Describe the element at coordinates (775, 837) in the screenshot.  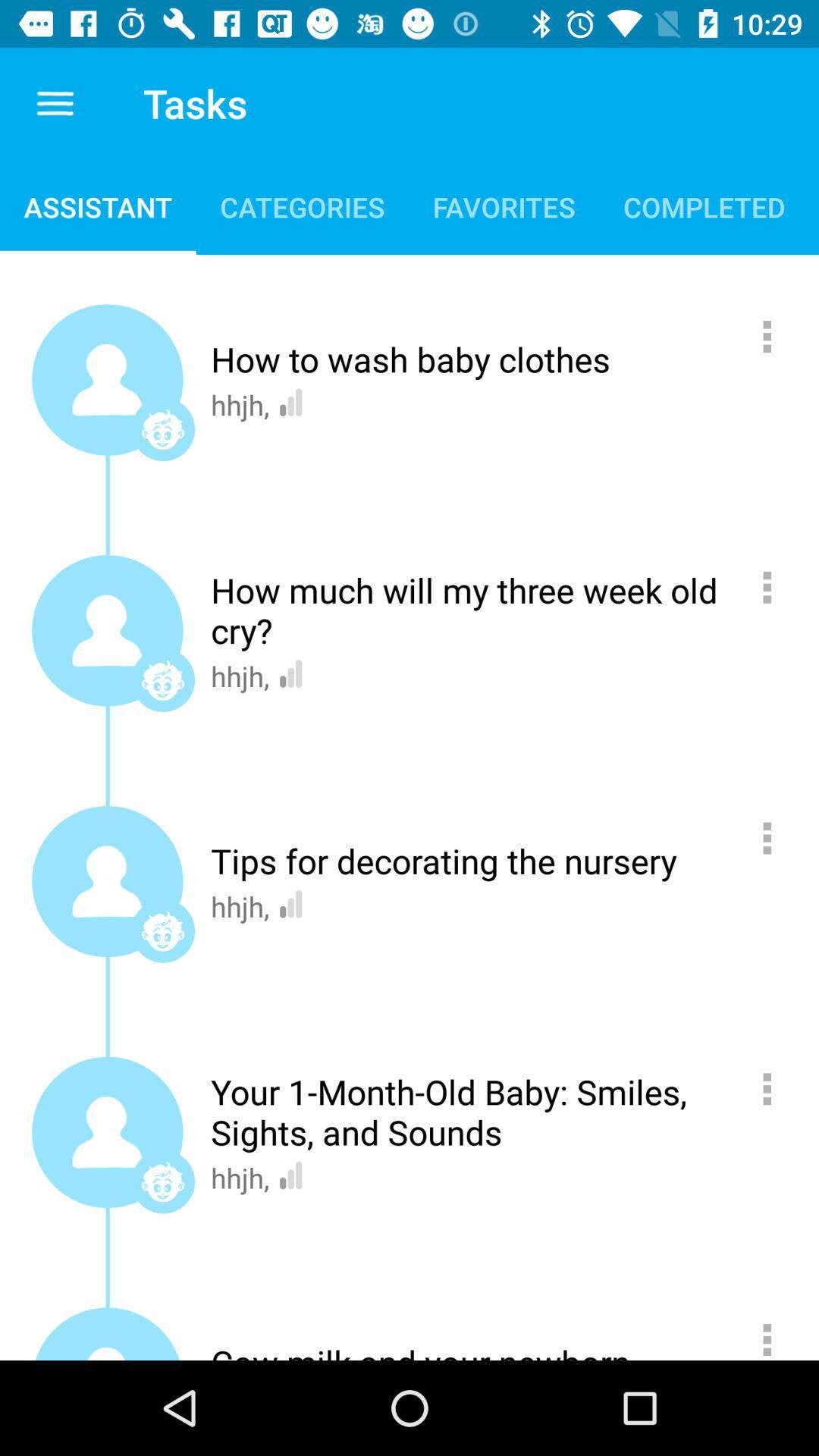
I see `more information` at that location.